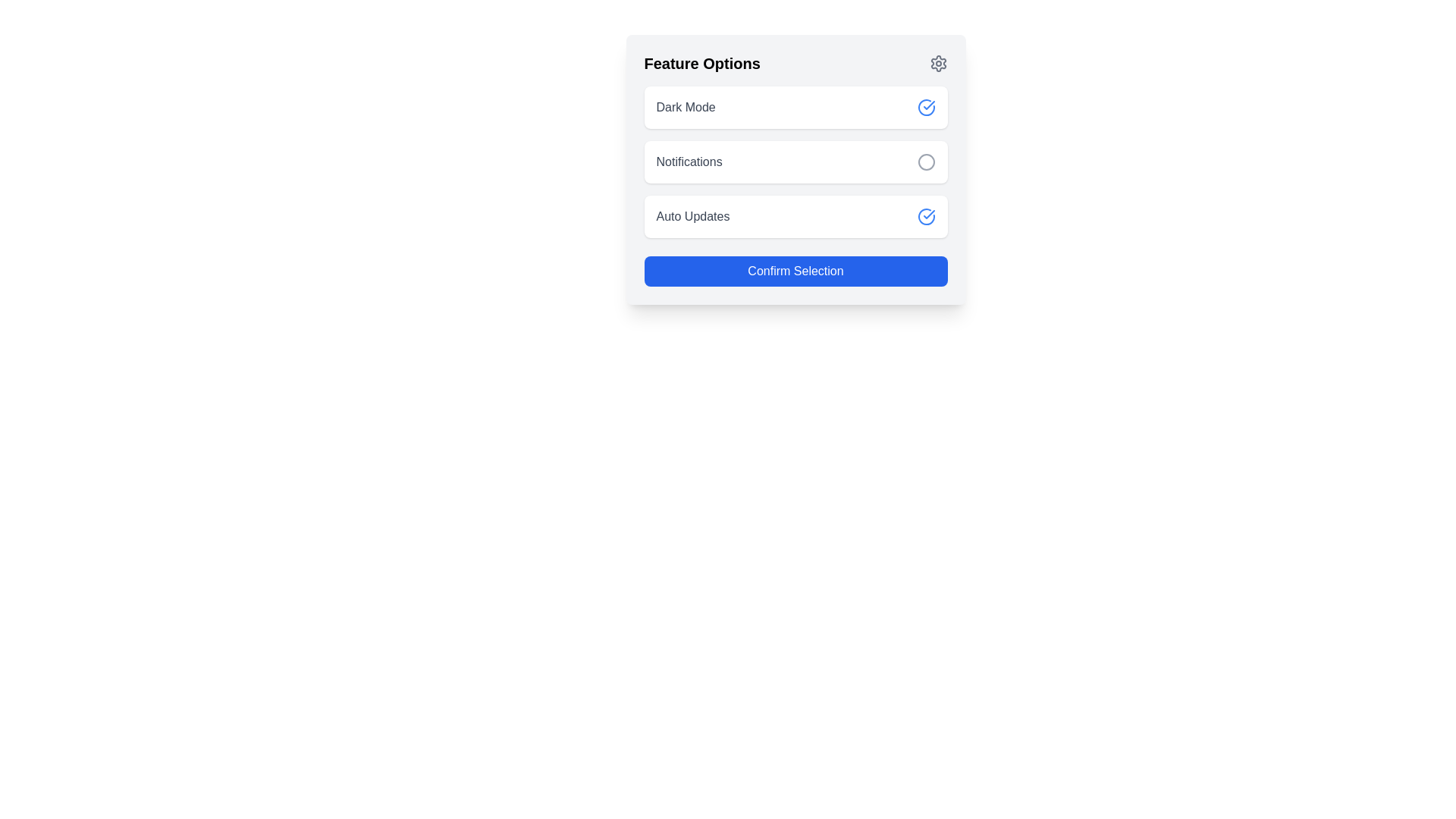 This screenshot has width=1456, height=819. Describe the element at coordinates (937, 63) in the screenshot. I see `the settings button located at the top-right corner of the 'Feature Options' section` at that location.